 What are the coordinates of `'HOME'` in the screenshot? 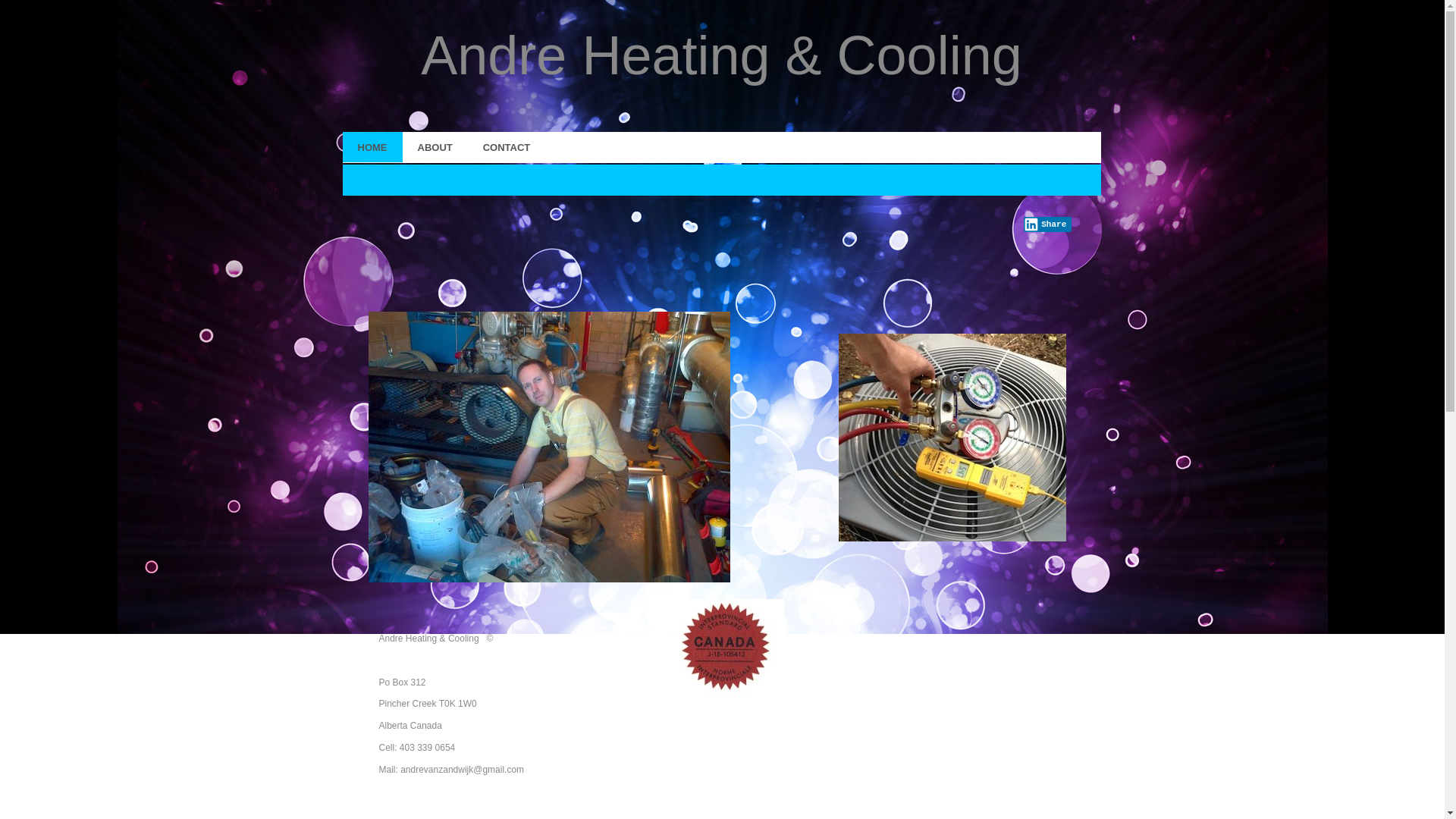 It's located at (341, 146).